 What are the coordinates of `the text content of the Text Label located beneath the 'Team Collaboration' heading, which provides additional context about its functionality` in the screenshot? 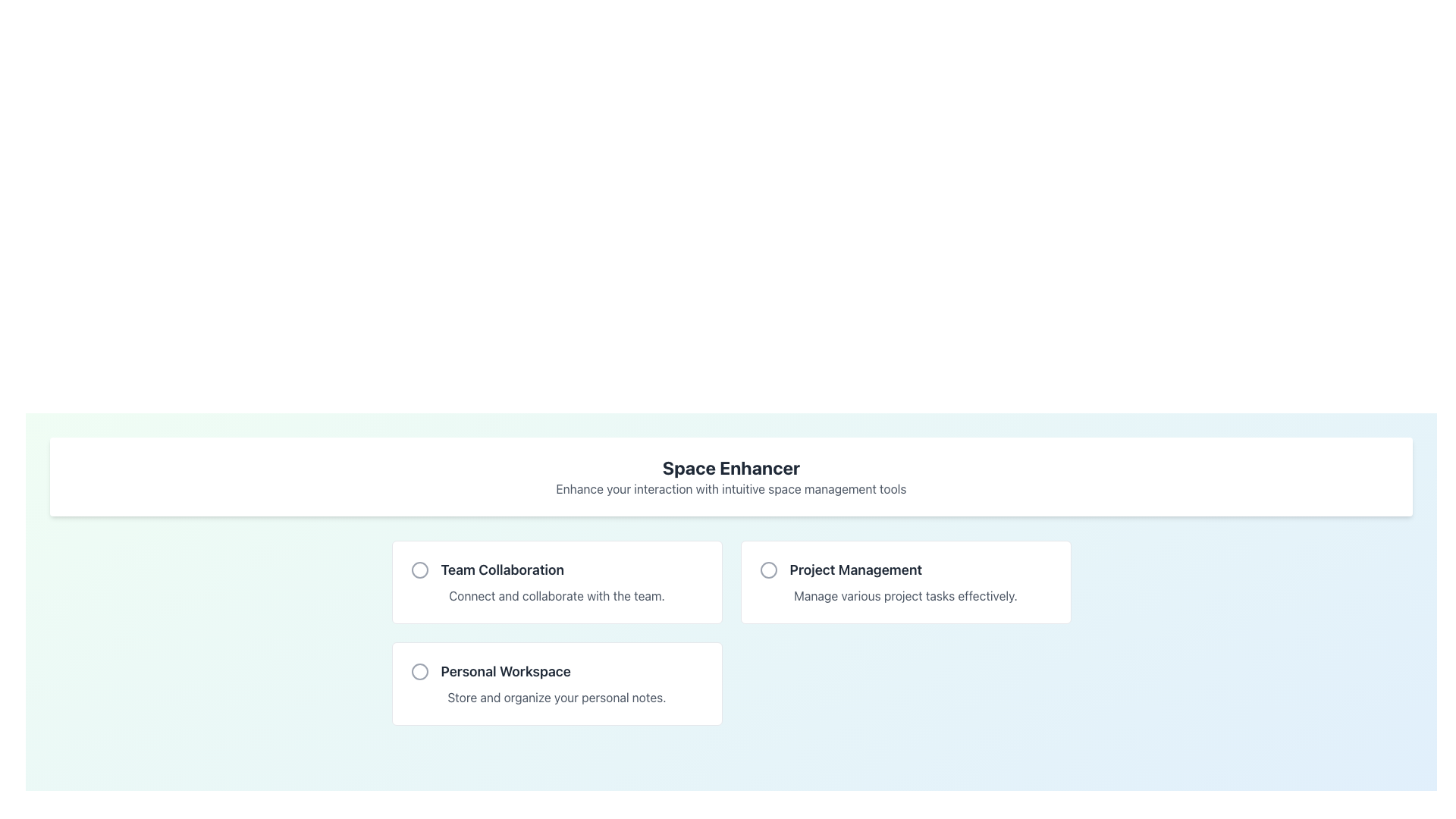 It's located at (556, 595).